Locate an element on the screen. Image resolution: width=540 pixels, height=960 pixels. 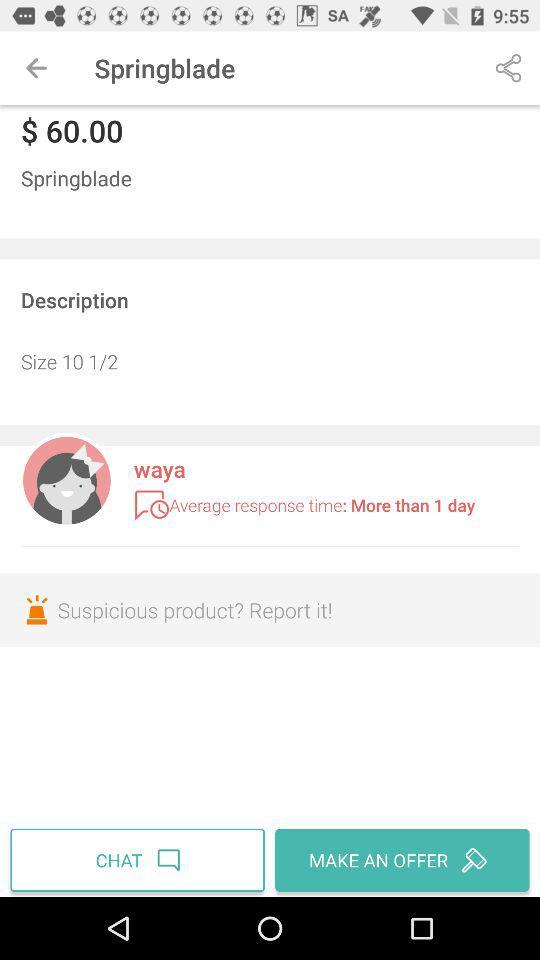
the icon next to waya is located at coordinates (66, 478).